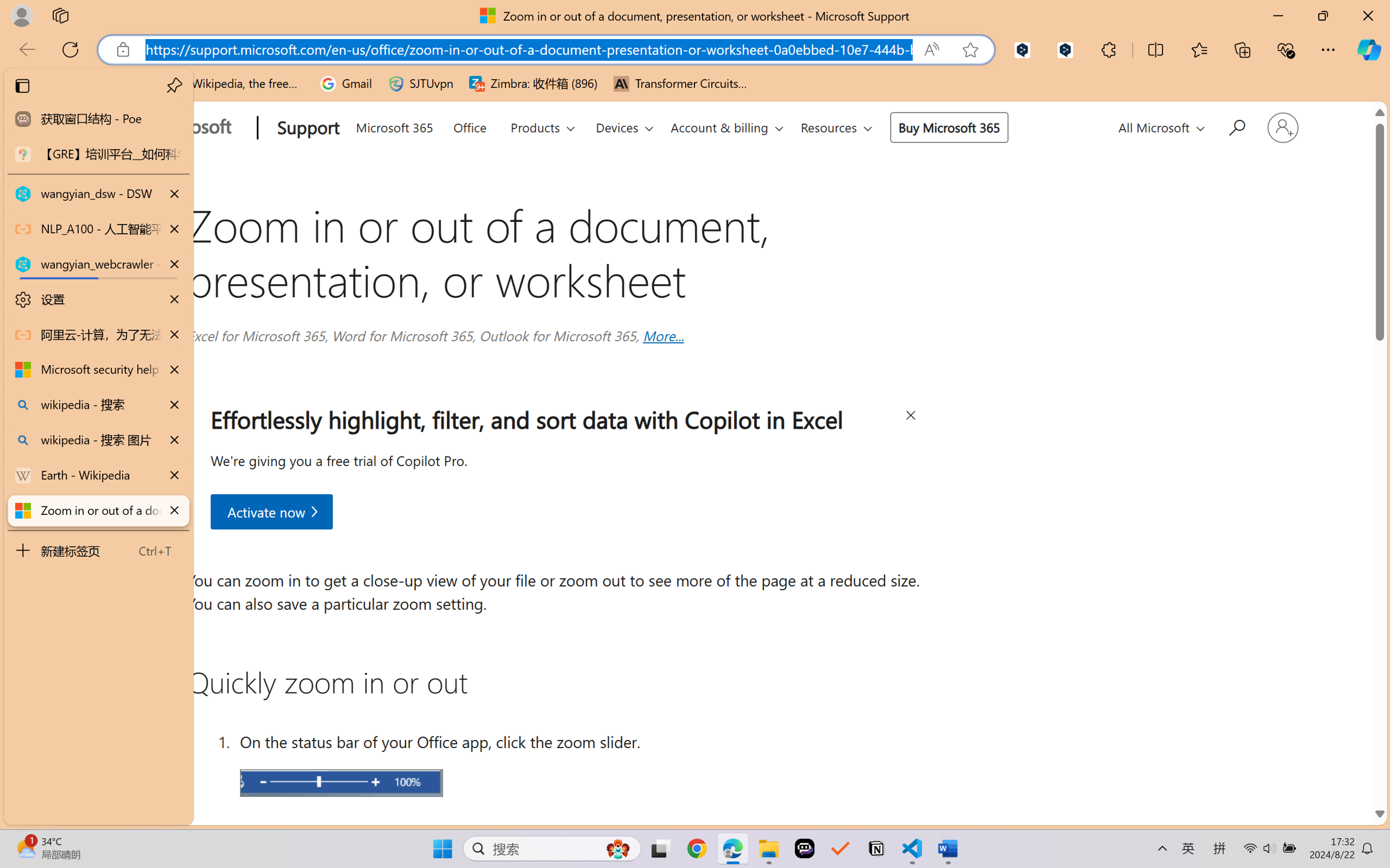 The image size is (1390, 868). I want to click on 'Wikipedia, the free encyclopedia', so click(236, 83).